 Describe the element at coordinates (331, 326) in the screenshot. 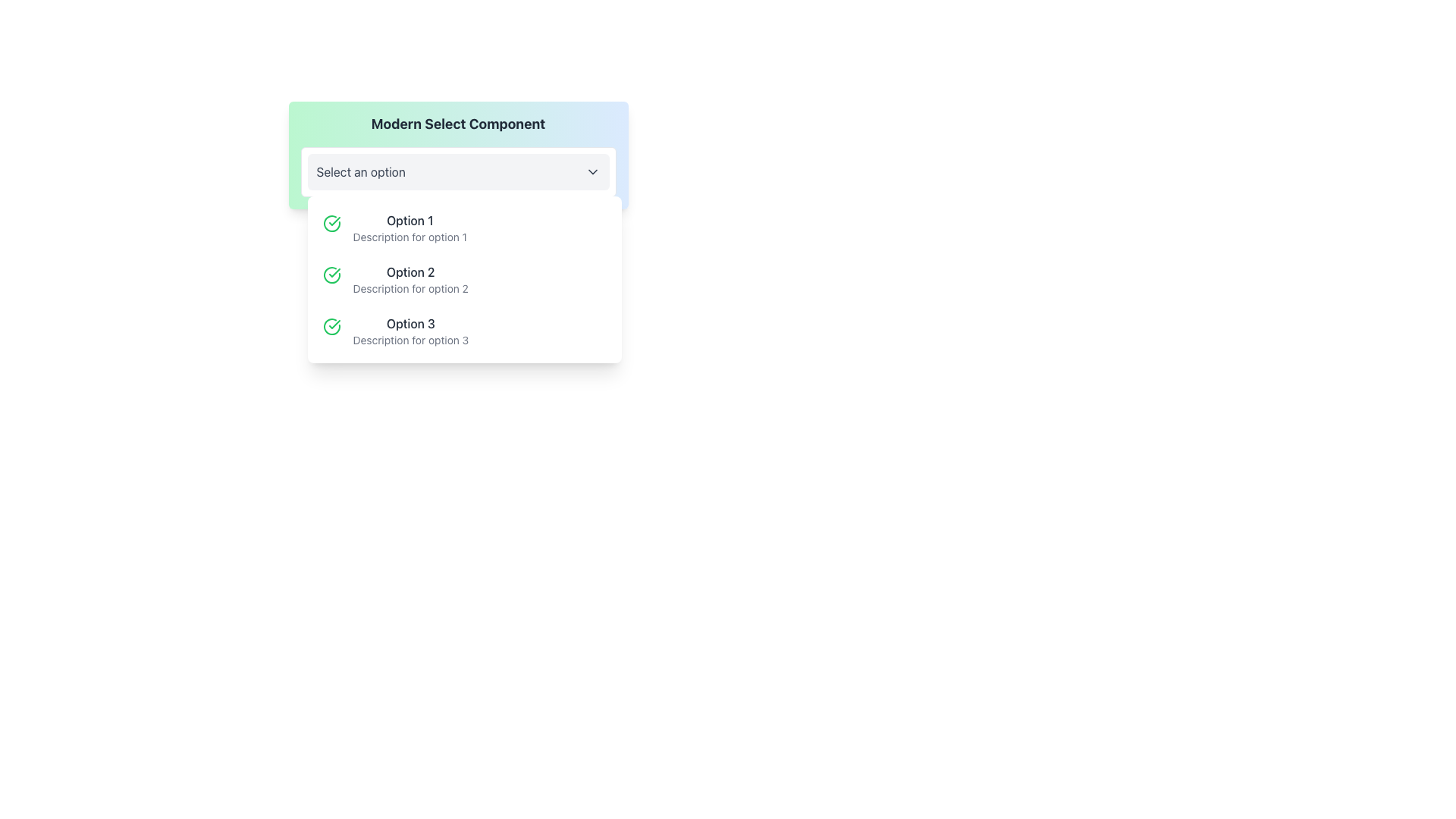

I see `the circular green check mark icon that indicates a confirmation state, located to the left of the text 'Option 3' in a vertical list of options` at that location.